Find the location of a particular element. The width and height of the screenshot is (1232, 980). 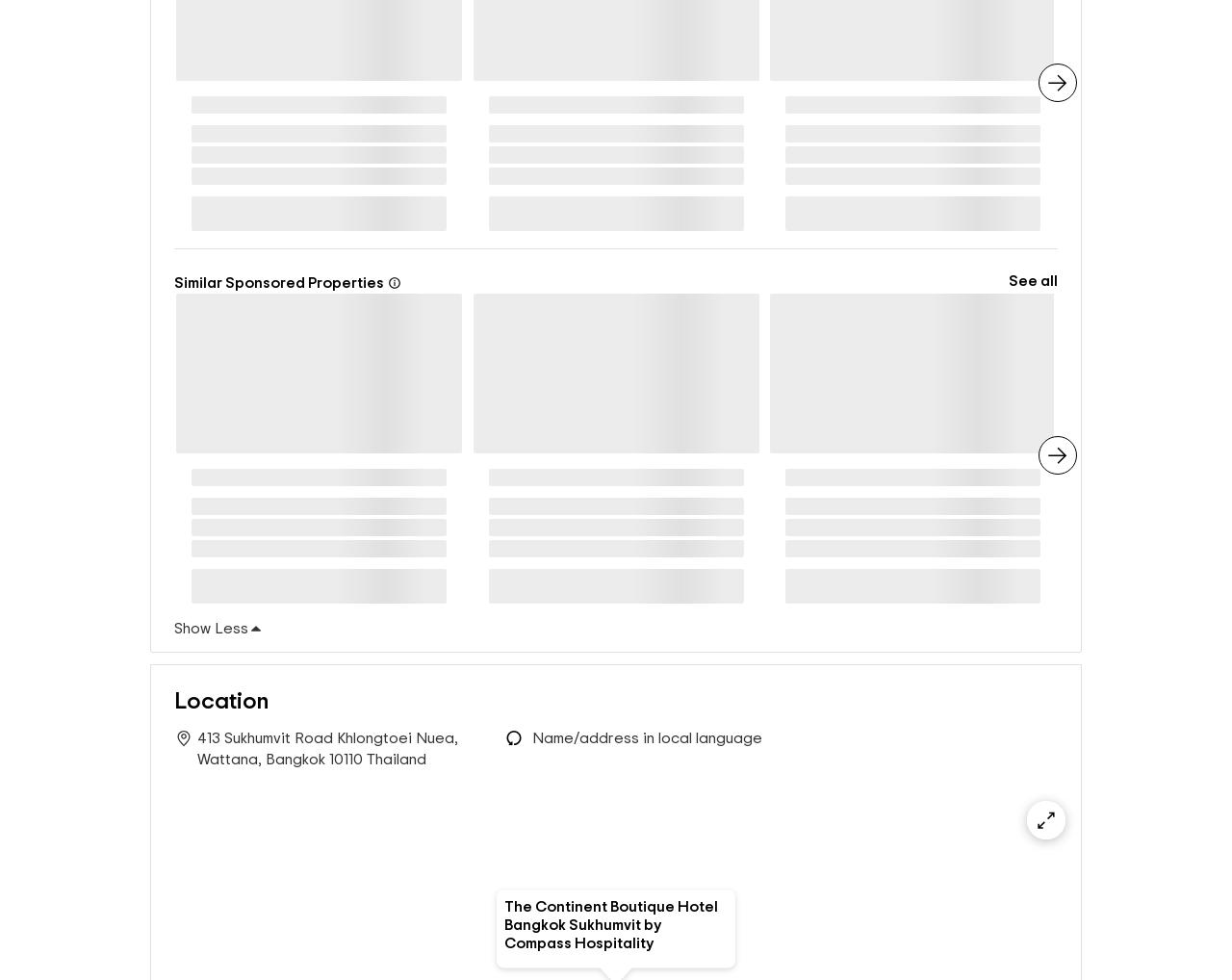

'RMB 1,357' is located at coordinates (605, 607).